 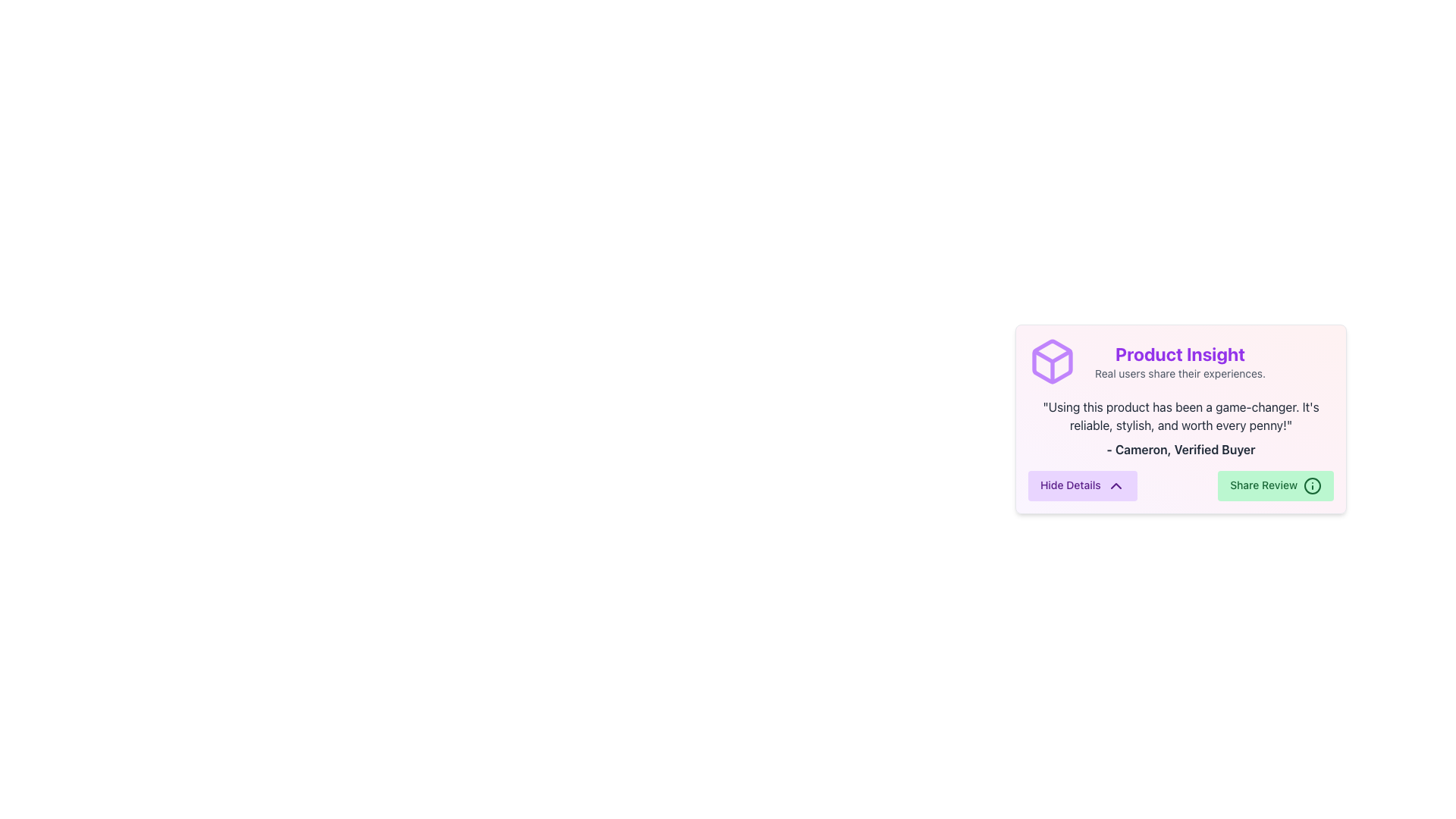 I want to click on the chevron-up icon located to the right of the 'Hide Details' button, which is associated with collapsing or hiding details, so click(x=1116, y=485).